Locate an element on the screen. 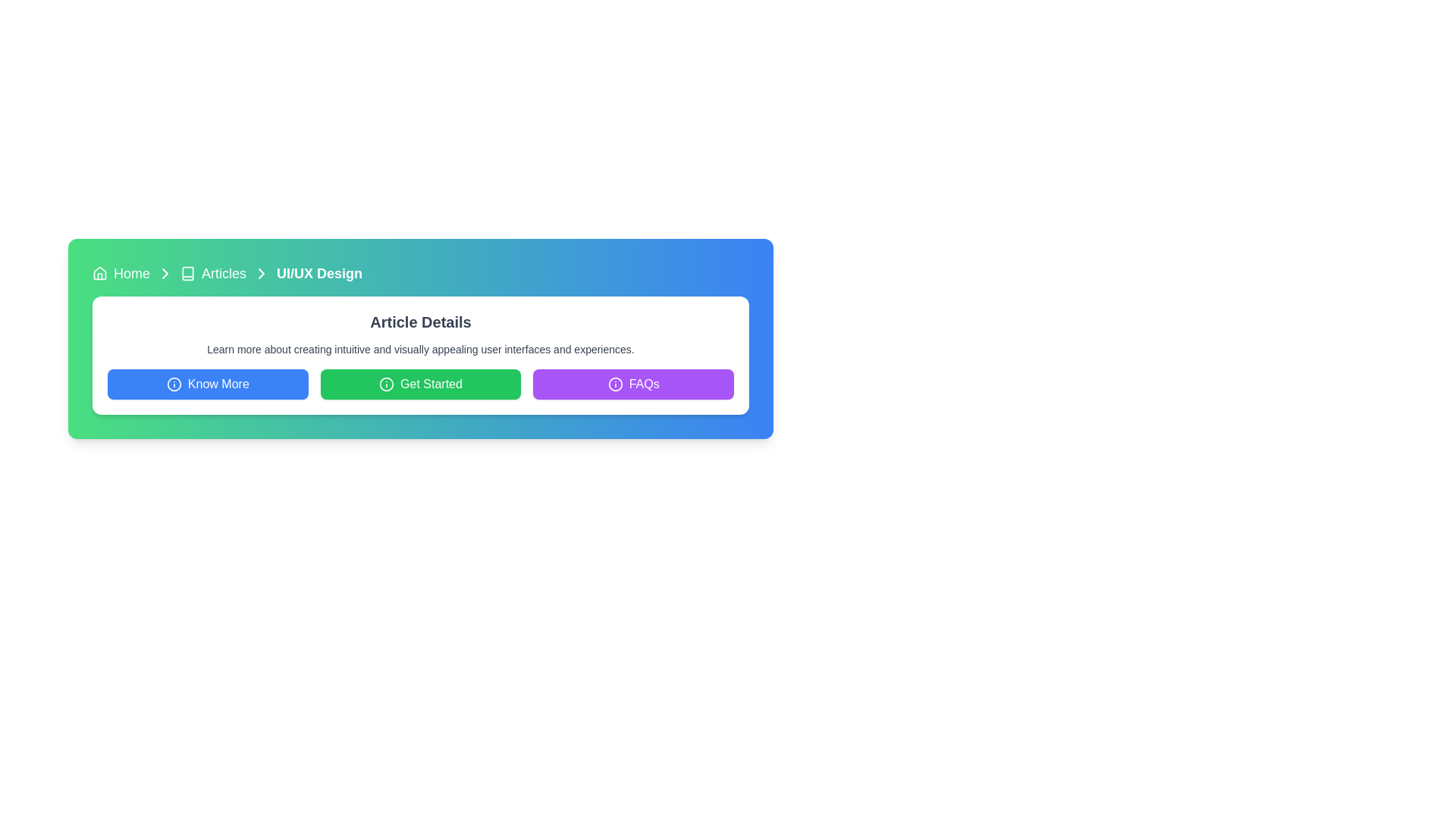 This screenshot has height=819, width=1456. the decorative icon within the 'FAQs' button that visually represents the context of the FAQs section is located at coordinates (615, 383).